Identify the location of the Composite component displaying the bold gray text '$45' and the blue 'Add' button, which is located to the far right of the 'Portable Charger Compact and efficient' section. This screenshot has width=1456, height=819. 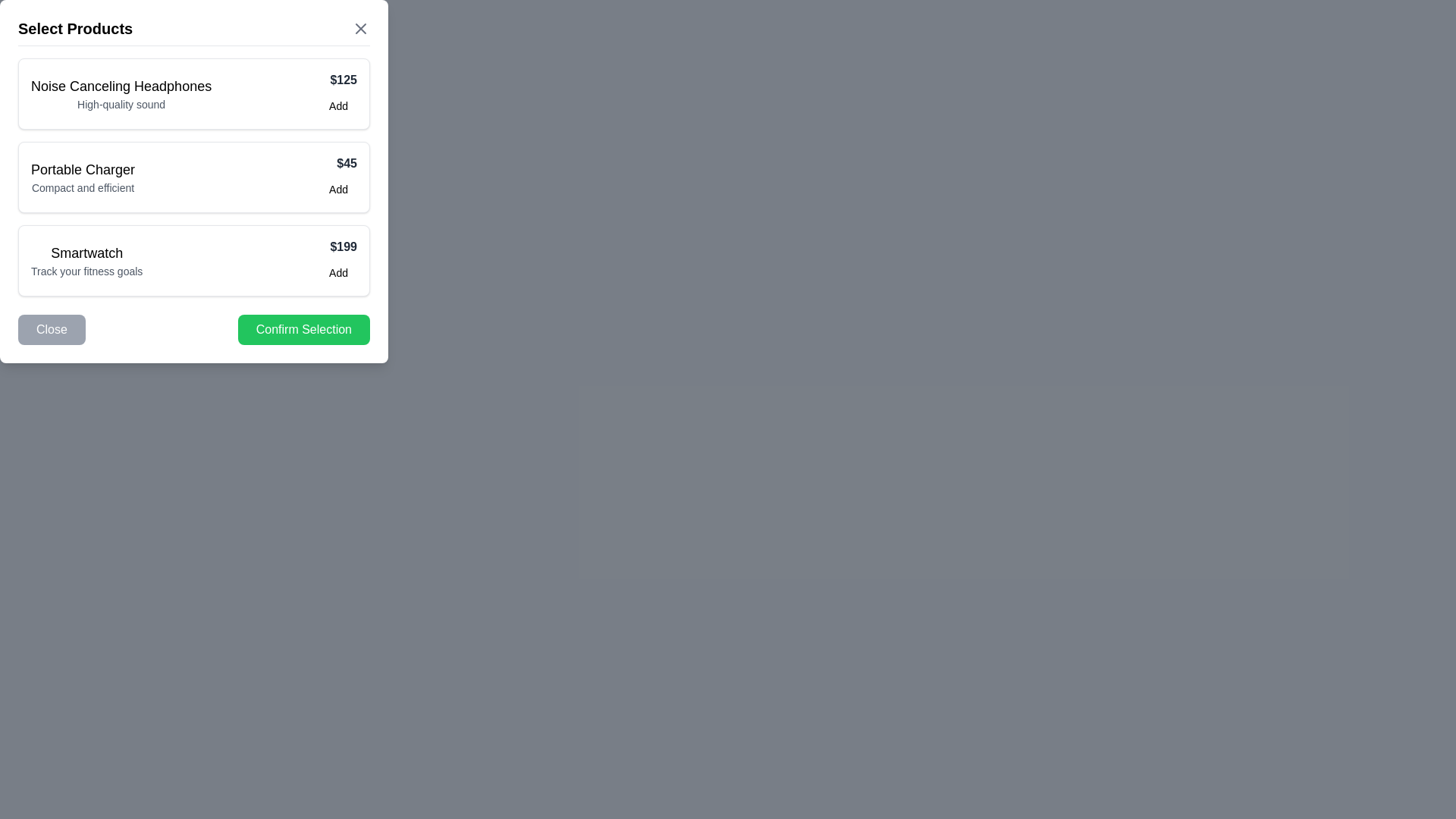
(337, 177).